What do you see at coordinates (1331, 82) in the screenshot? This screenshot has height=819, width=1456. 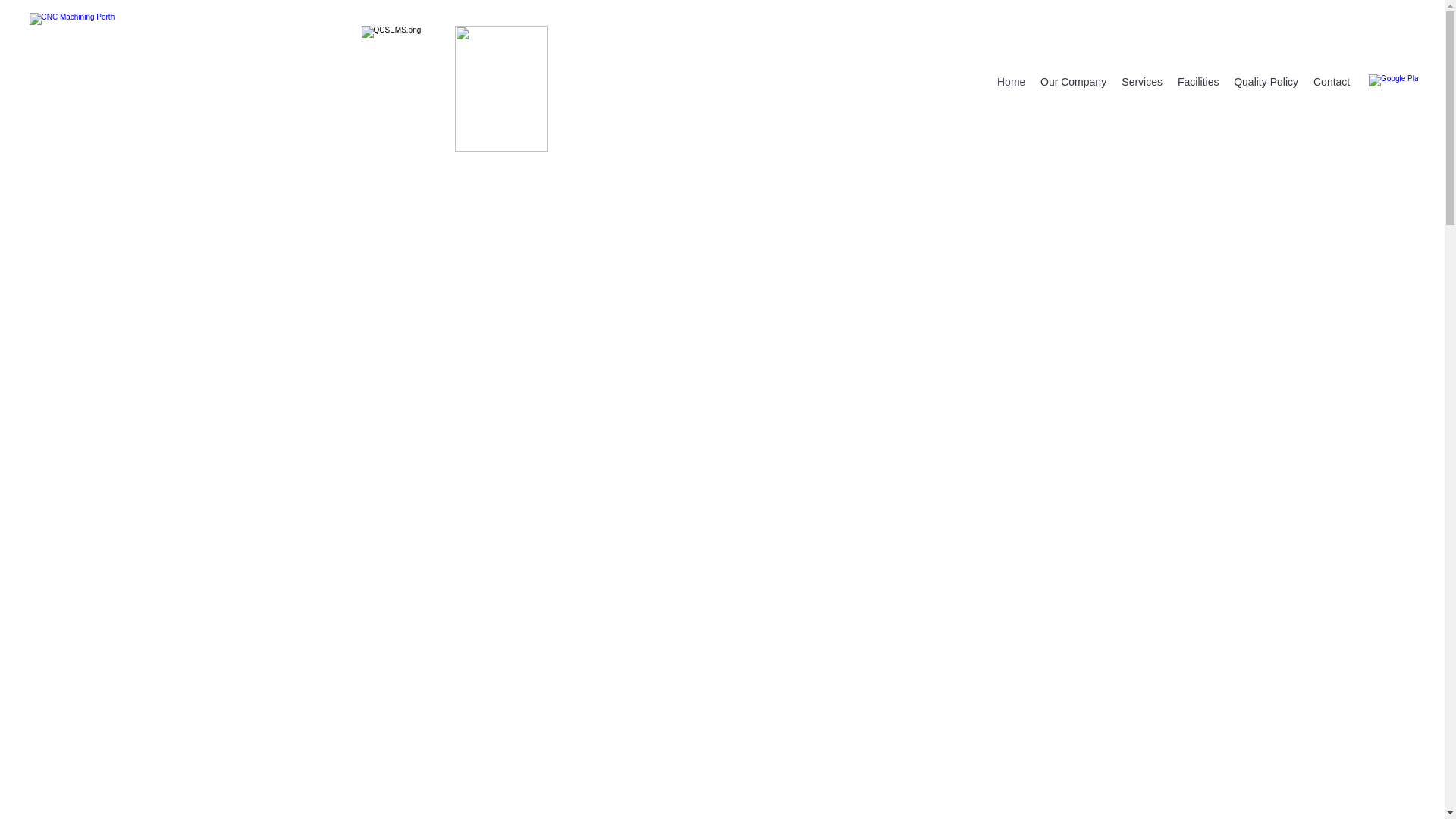 I see `'Contact'` at bounding box center [1331, 82].